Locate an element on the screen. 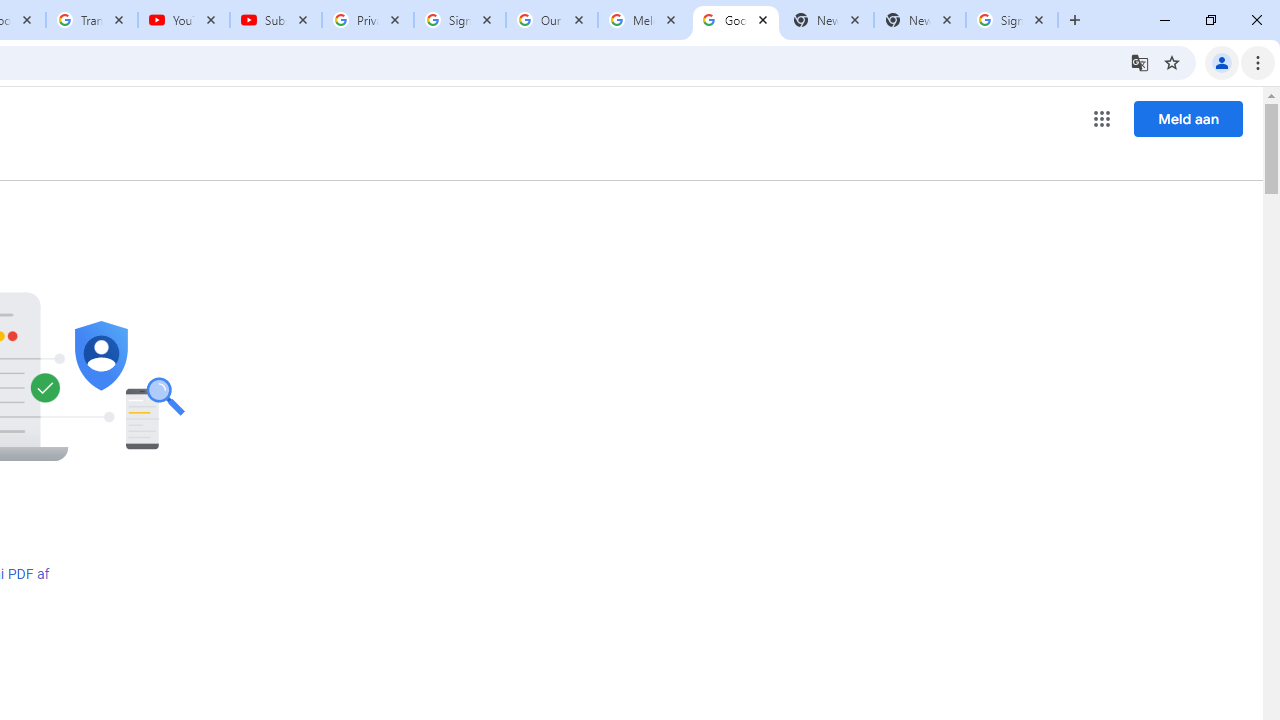 This screenshot has height=720, width=1280. 'Meld aan' is located at coordinates (1188, 118).